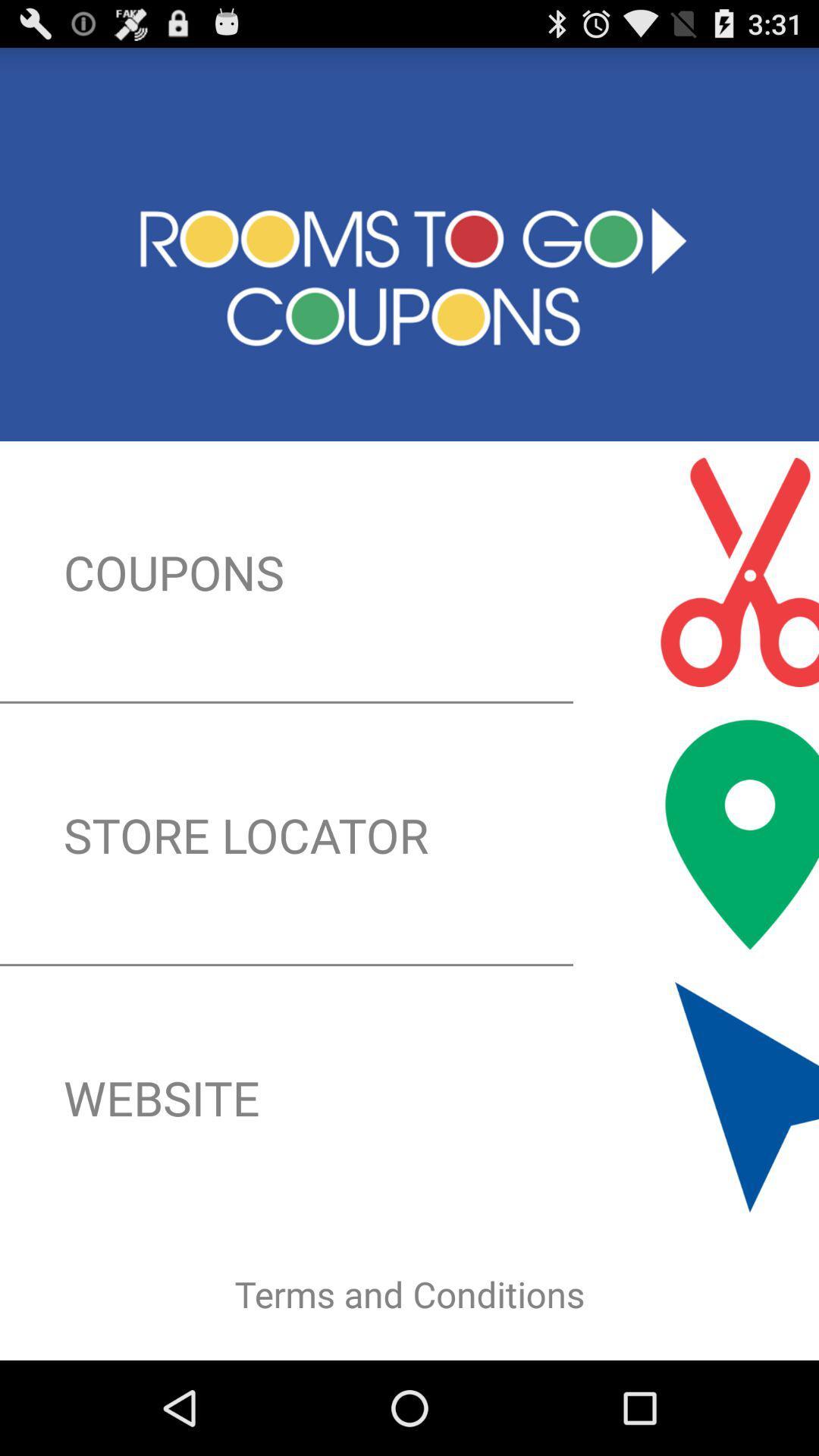  I want to click on button above terms and conditions item, so click(409, 1097).